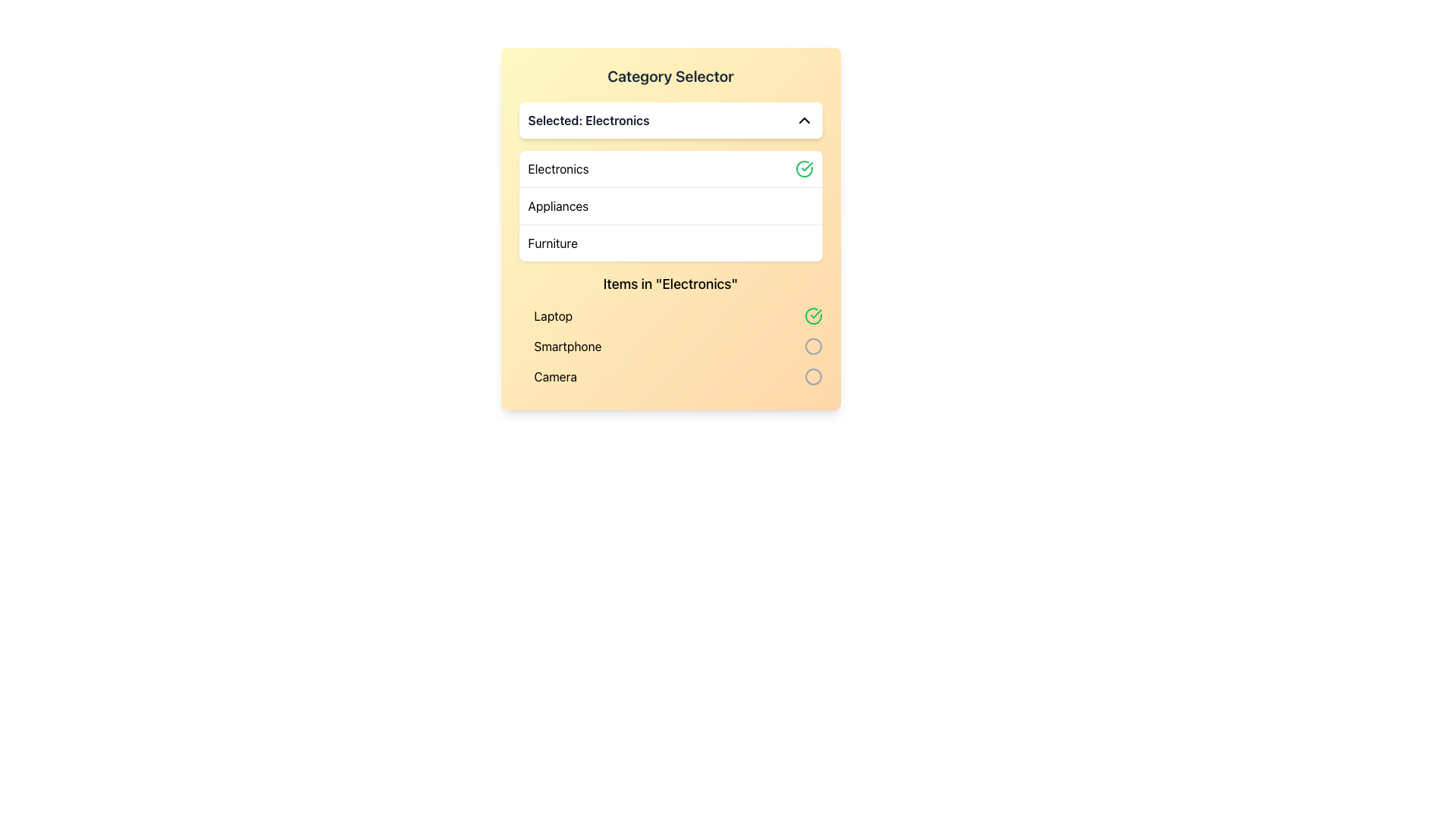 This screenshot has width=1456, height=819. I want to click on the third circular Status Indicator icon, which is gray and positioned next to the 'Camera' text in the 'Electronics' section, so click(812, 376).